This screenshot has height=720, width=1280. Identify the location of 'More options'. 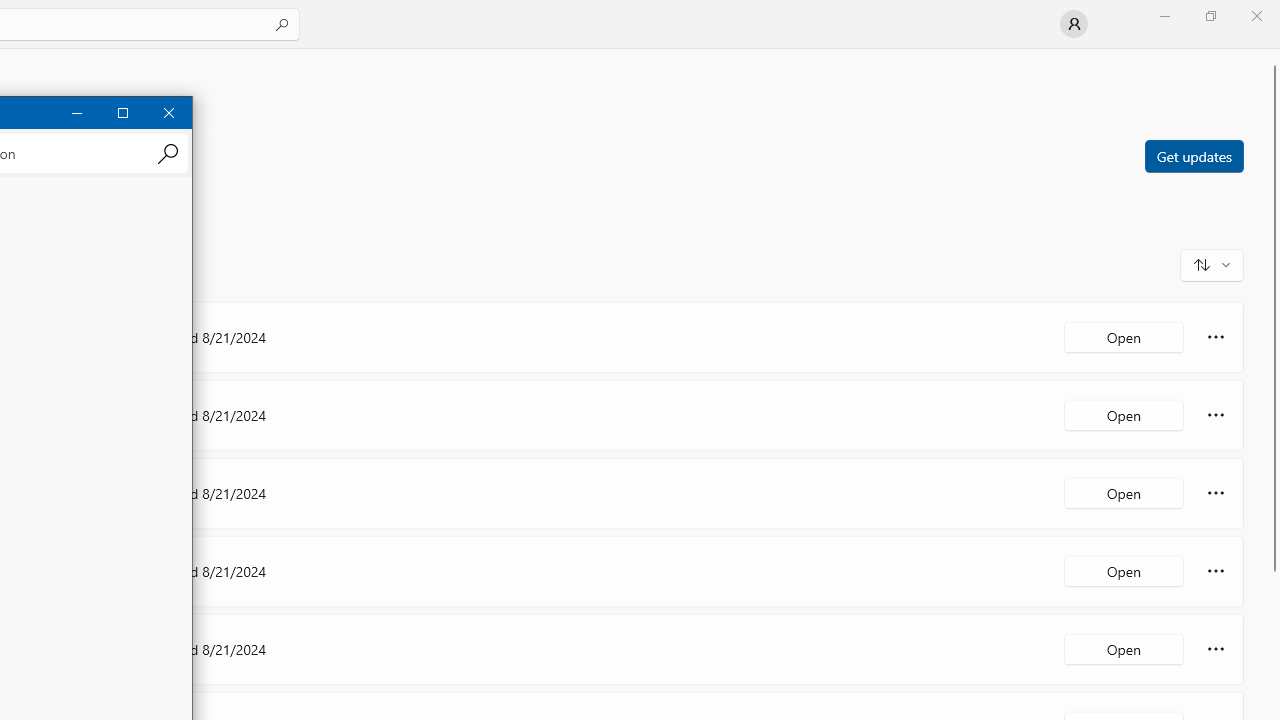
(1215, 649).